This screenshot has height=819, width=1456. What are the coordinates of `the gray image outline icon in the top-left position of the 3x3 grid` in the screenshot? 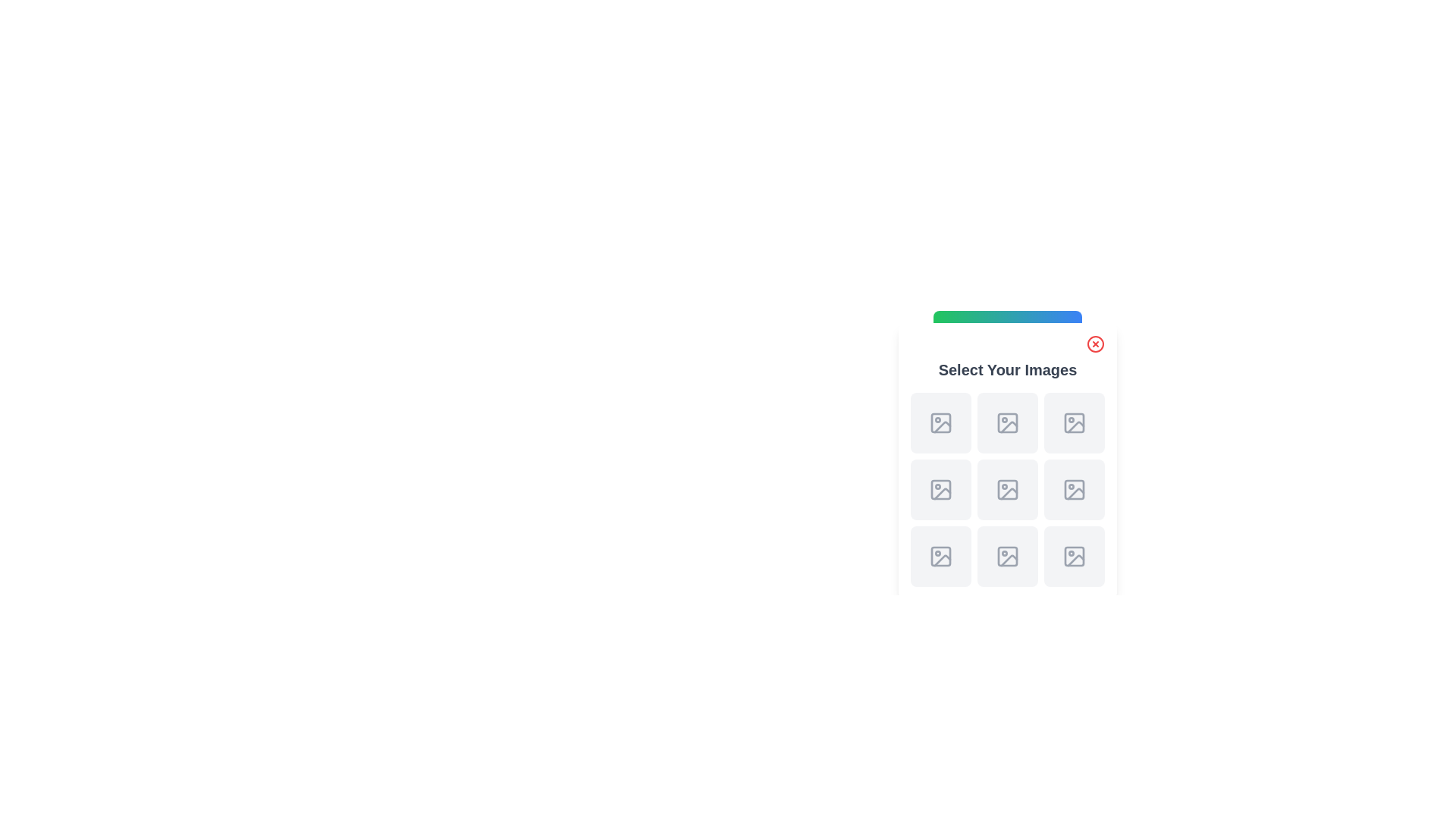 It's located at (940, 423).